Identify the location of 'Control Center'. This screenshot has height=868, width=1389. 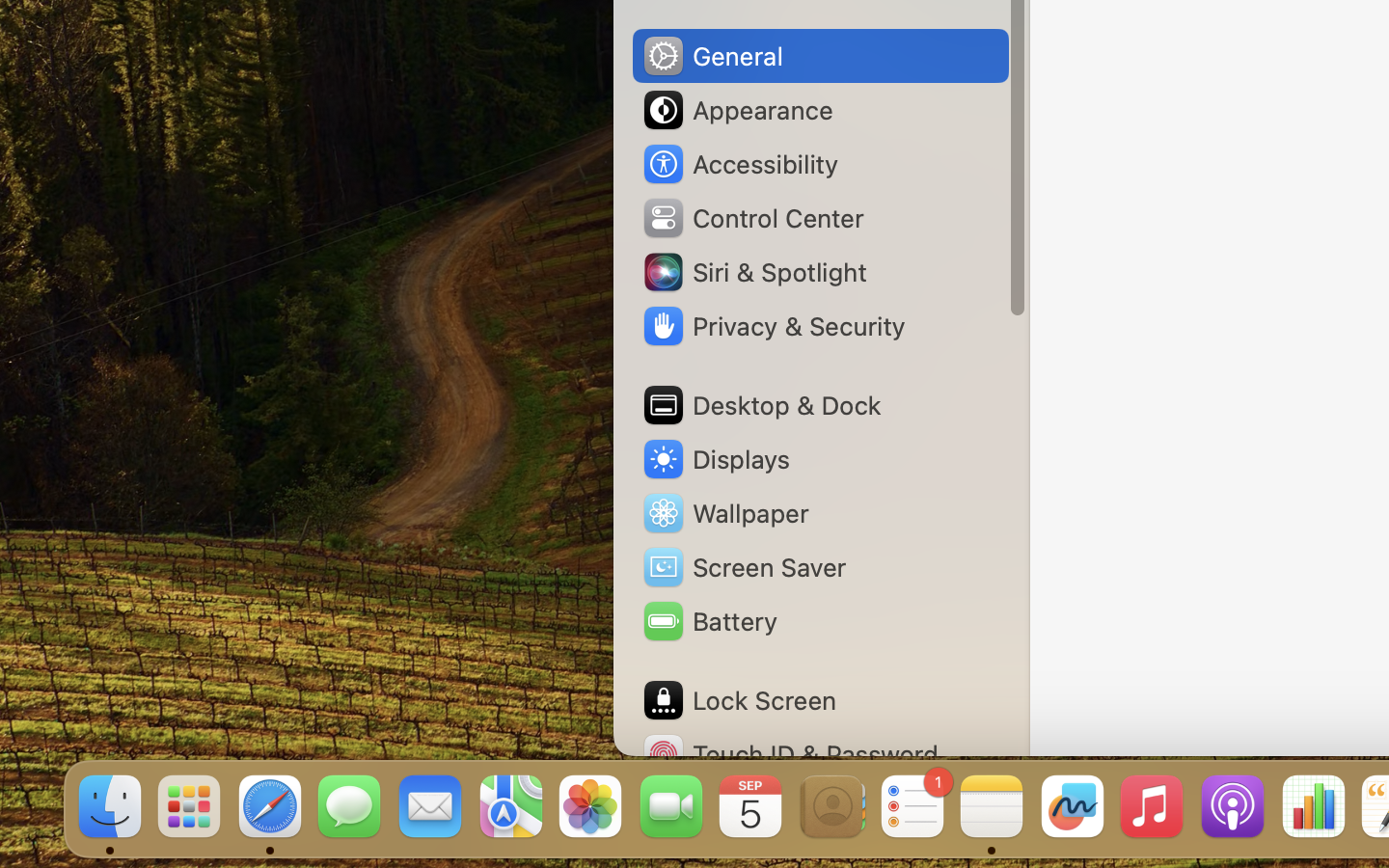
(751, 217).